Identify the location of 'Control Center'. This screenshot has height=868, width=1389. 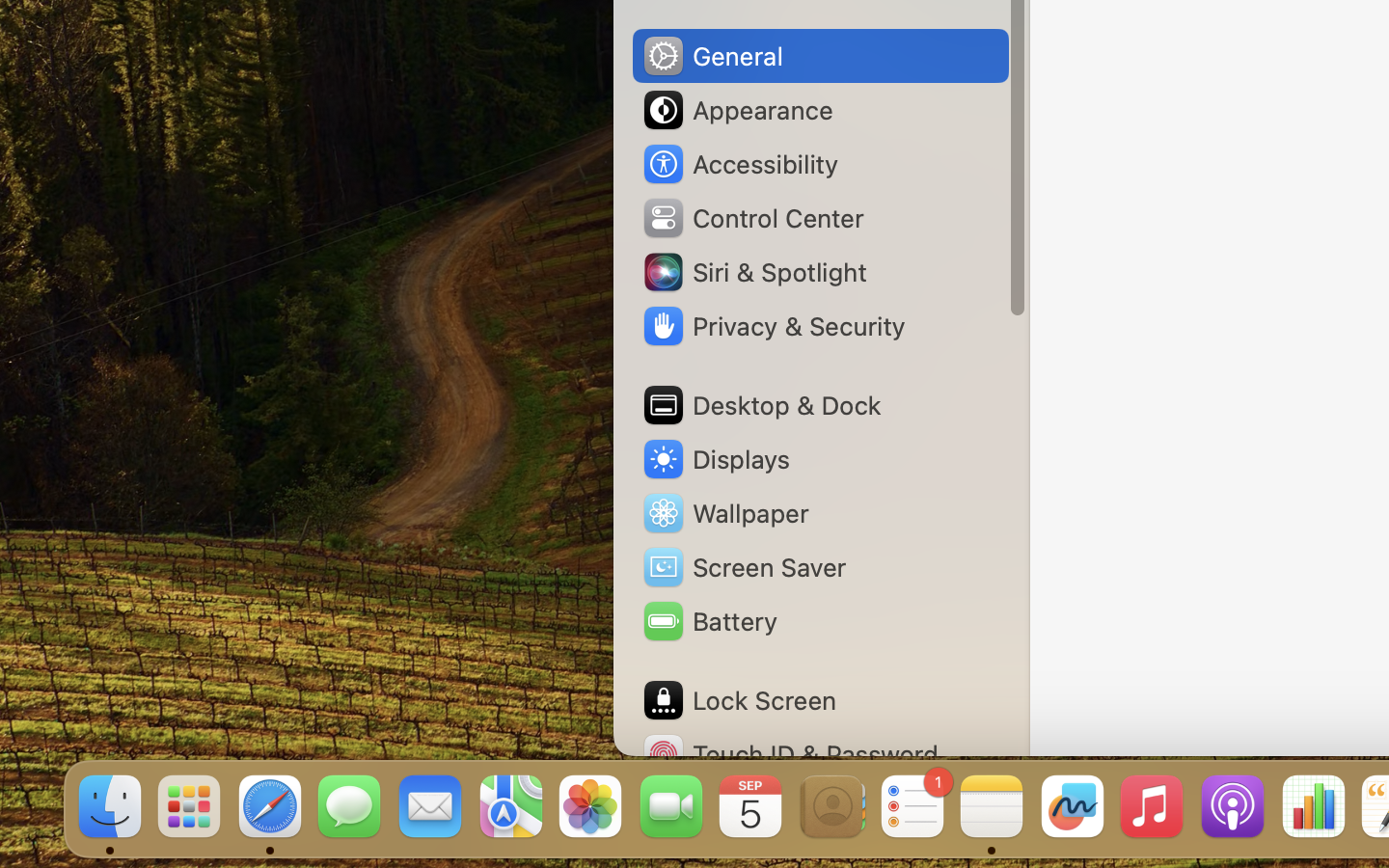
(751, 217).